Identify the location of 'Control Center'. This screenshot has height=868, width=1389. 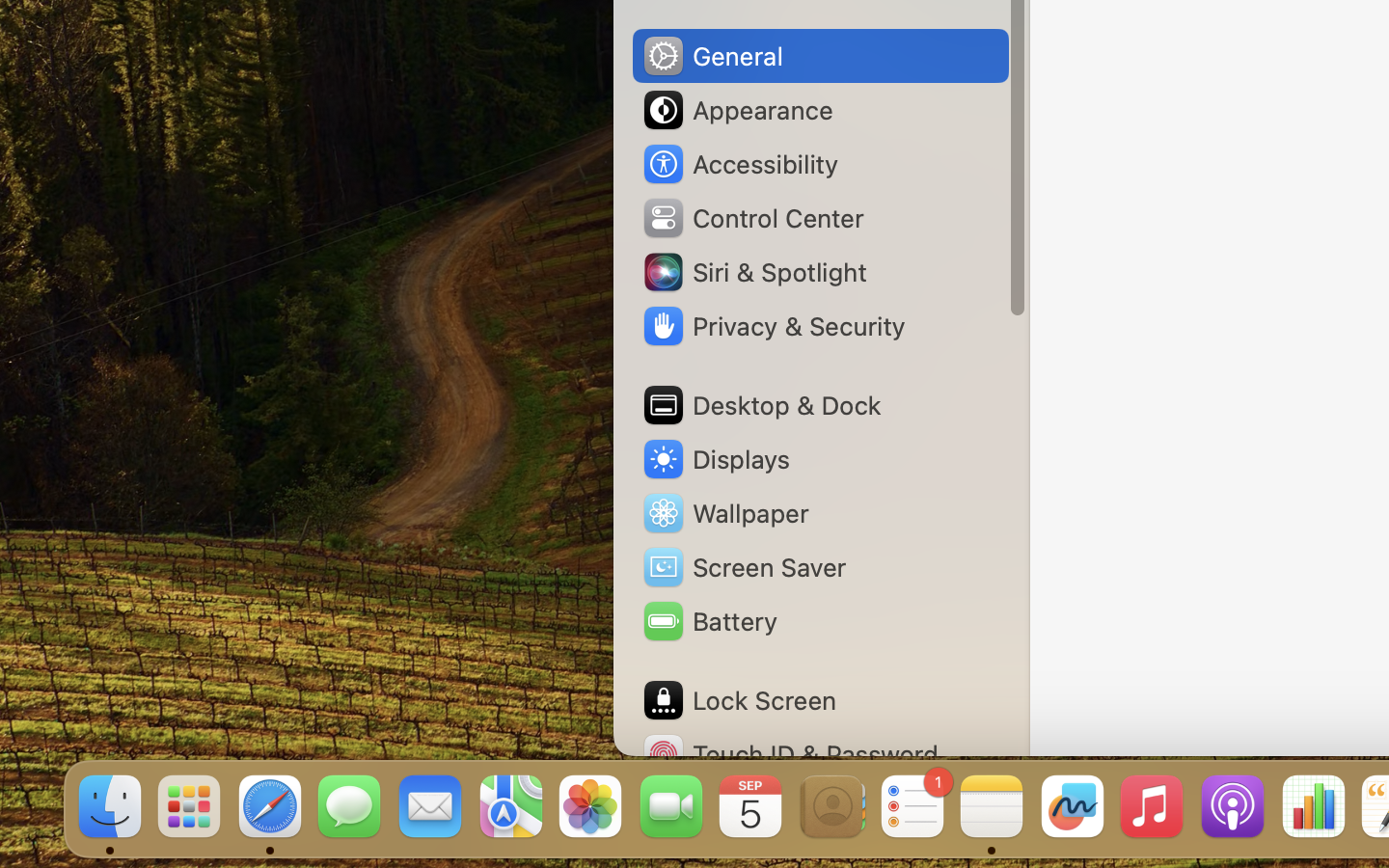
(751, 217).